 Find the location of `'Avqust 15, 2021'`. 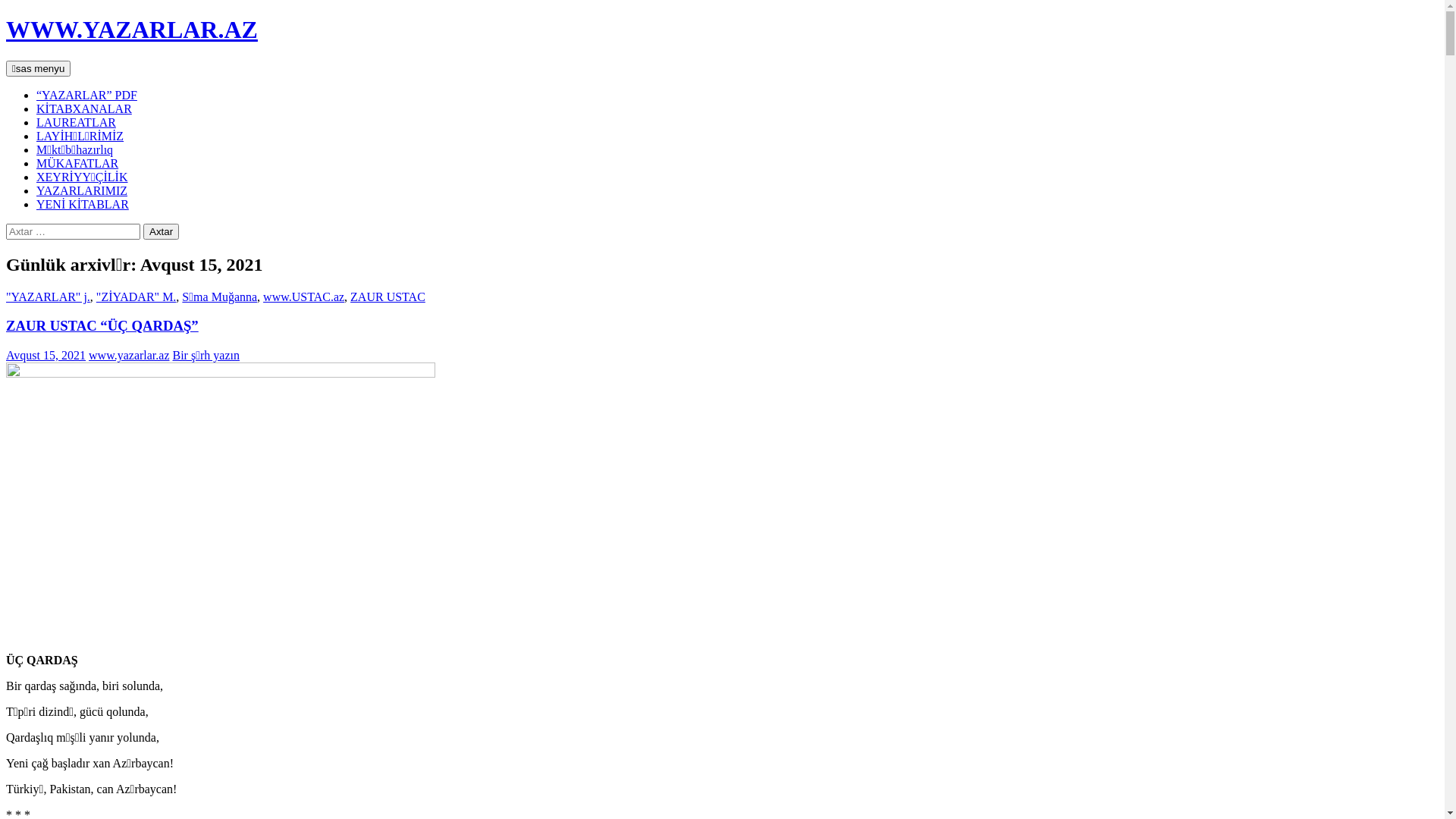

'Avqust 15, 2021' is located at coordinates (6, 355).